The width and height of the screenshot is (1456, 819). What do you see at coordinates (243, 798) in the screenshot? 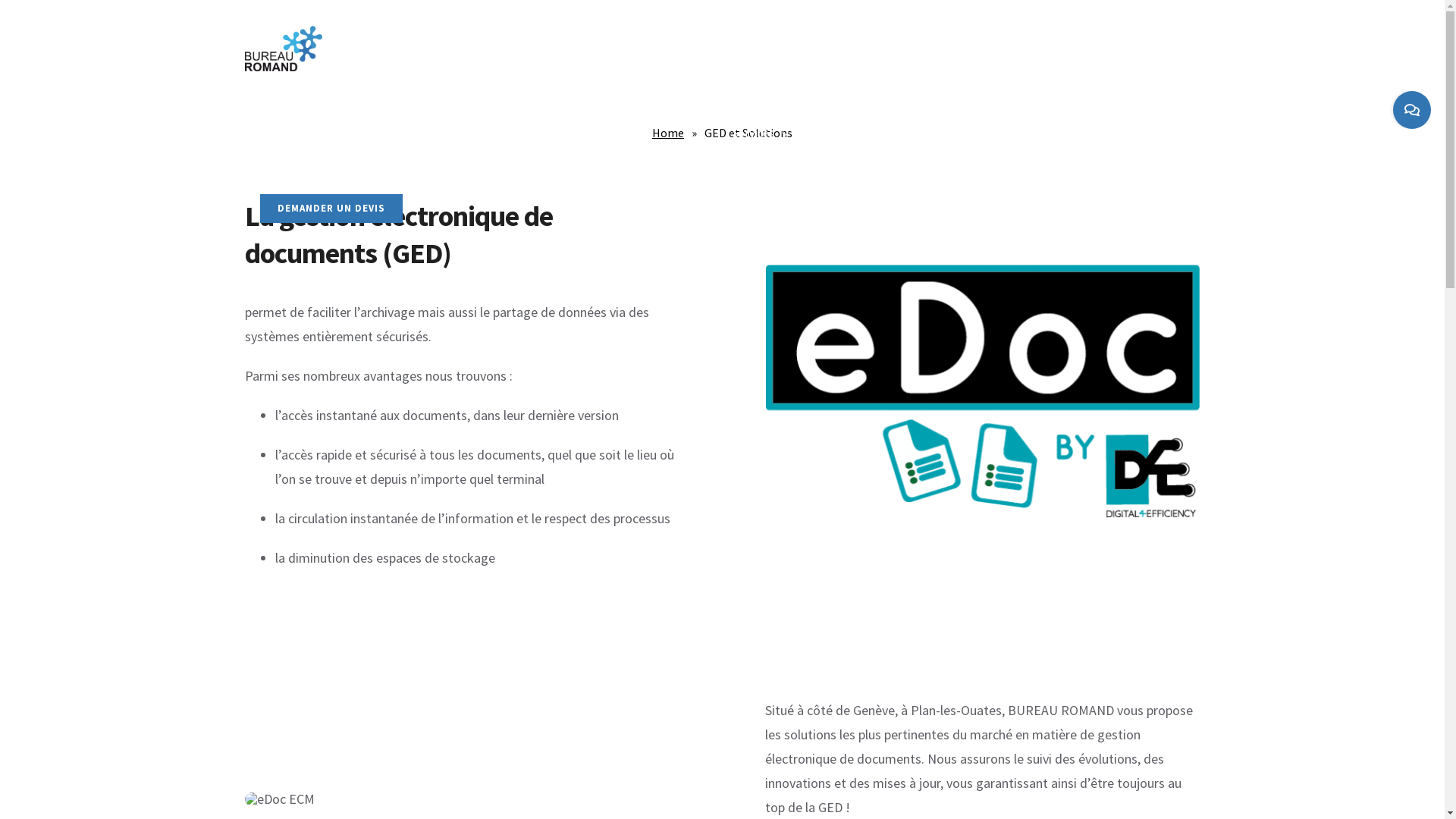
I see `'Logo eDoc ECM descripti'` at bounding box center [243, 798].